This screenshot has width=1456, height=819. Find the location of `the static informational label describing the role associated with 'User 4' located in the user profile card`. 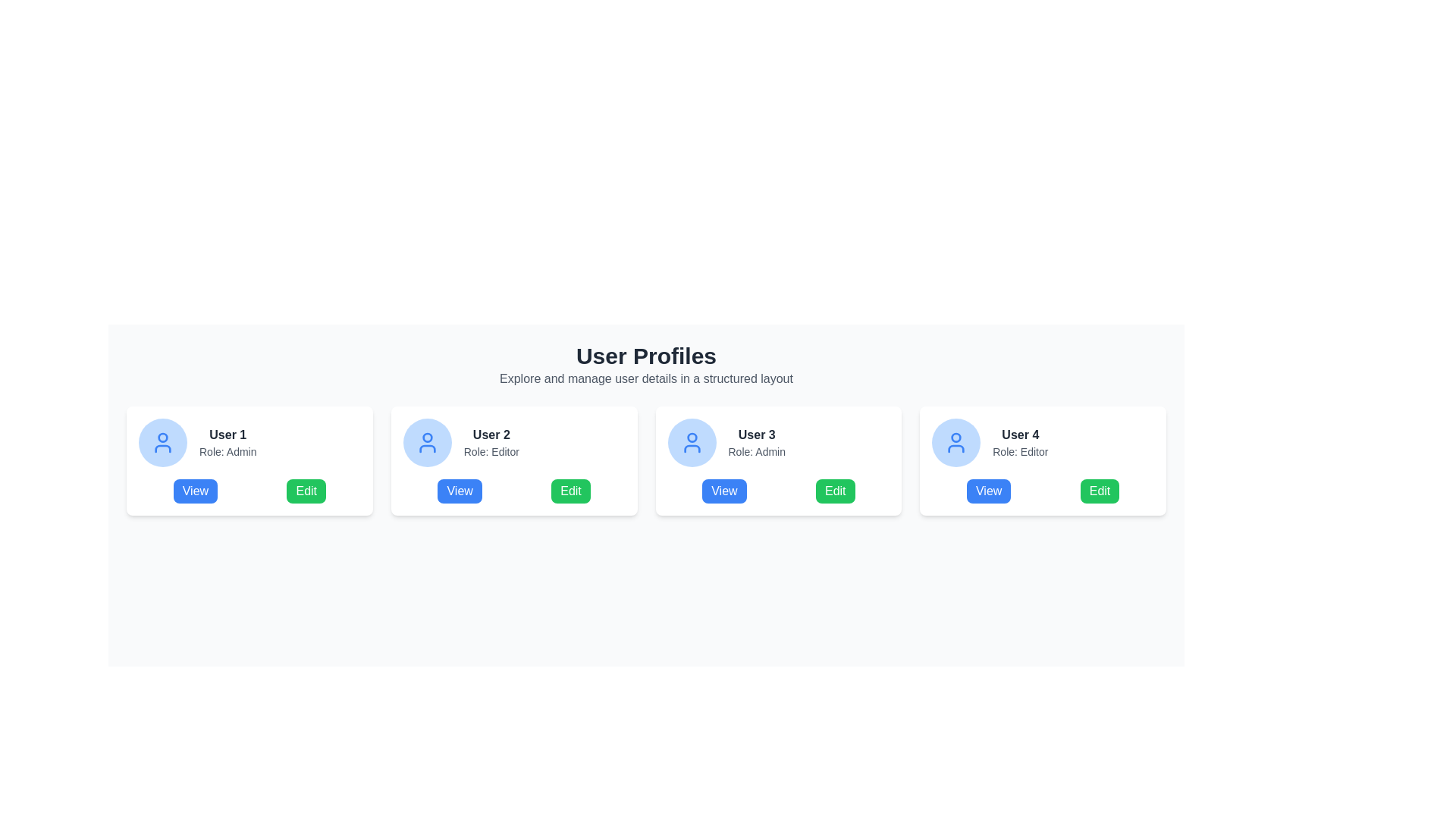

the static informational label describing the role associated with 'User 4' located in the user profile card is located at coordinates (1020, 451).